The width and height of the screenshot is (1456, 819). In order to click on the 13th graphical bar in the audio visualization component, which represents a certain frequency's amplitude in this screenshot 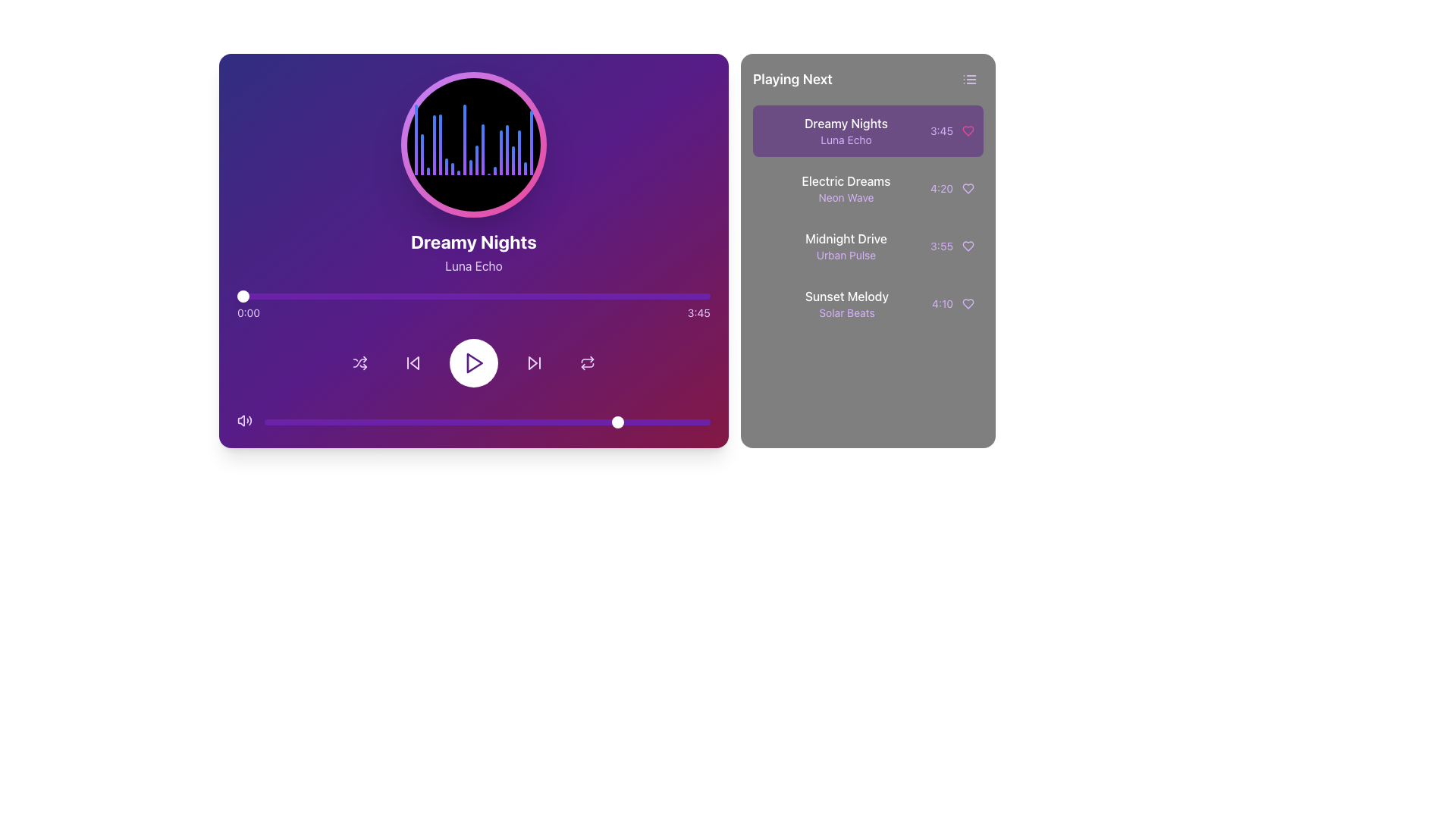, I will do `click(482, 149)`.